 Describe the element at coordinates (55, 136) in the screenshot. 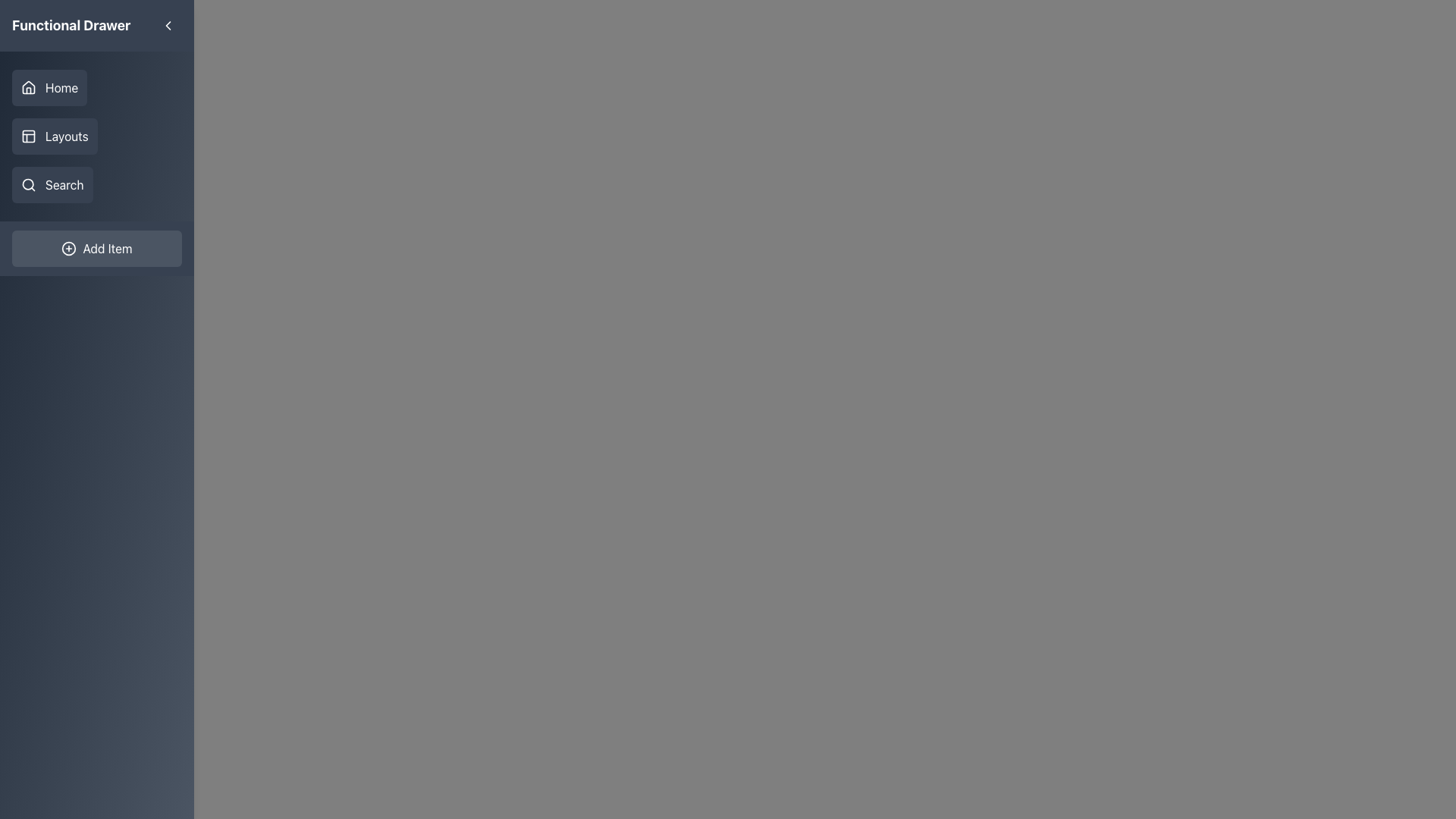

I see `the 'Layouts' button in the sidebar menu, which has a dark gray background and a white label with an icon representing a layout` at that location.